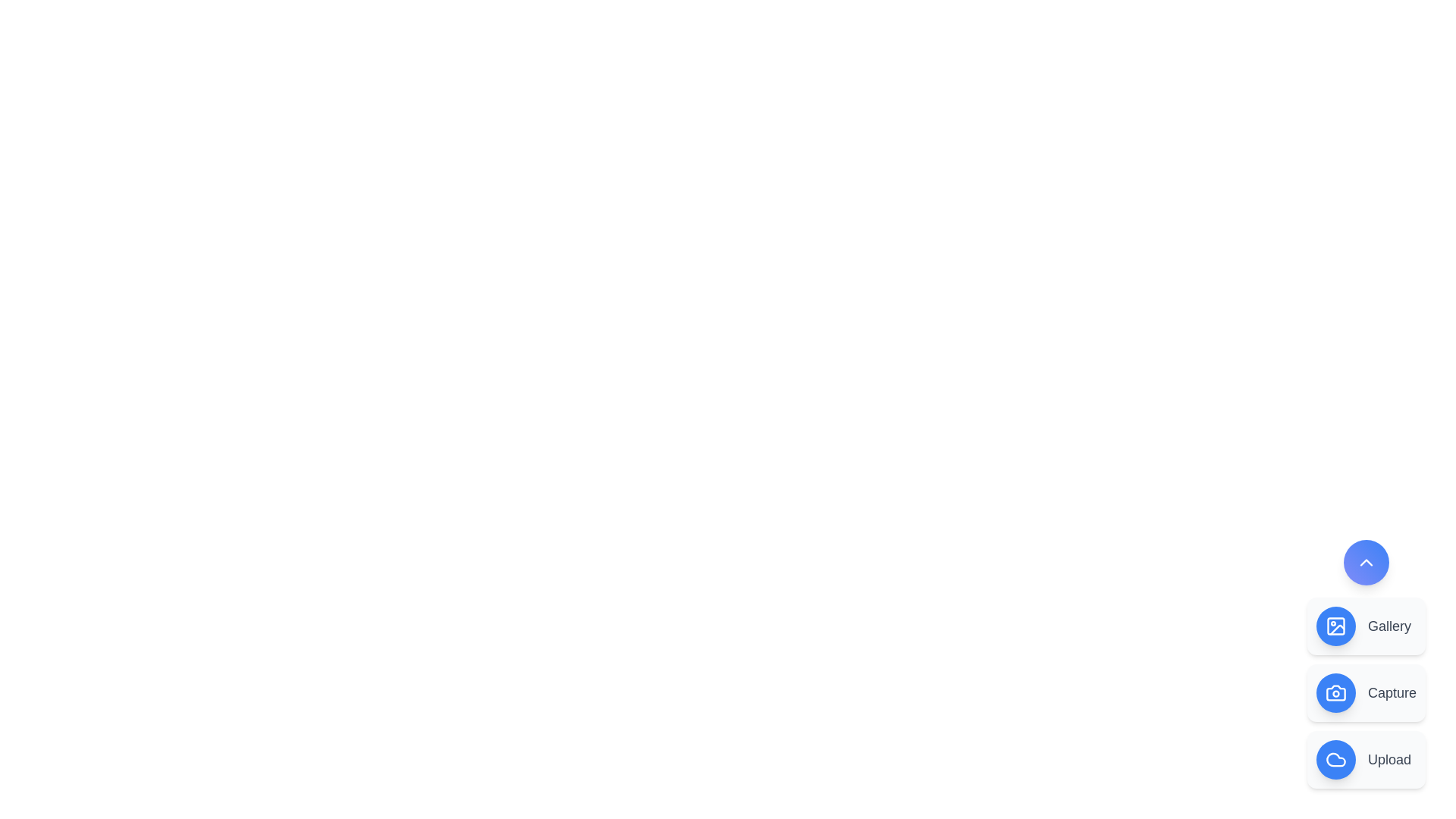 The image size is (1456, 819). I want to click on the main button to toggle the menu visibility, so click(1366, 562).